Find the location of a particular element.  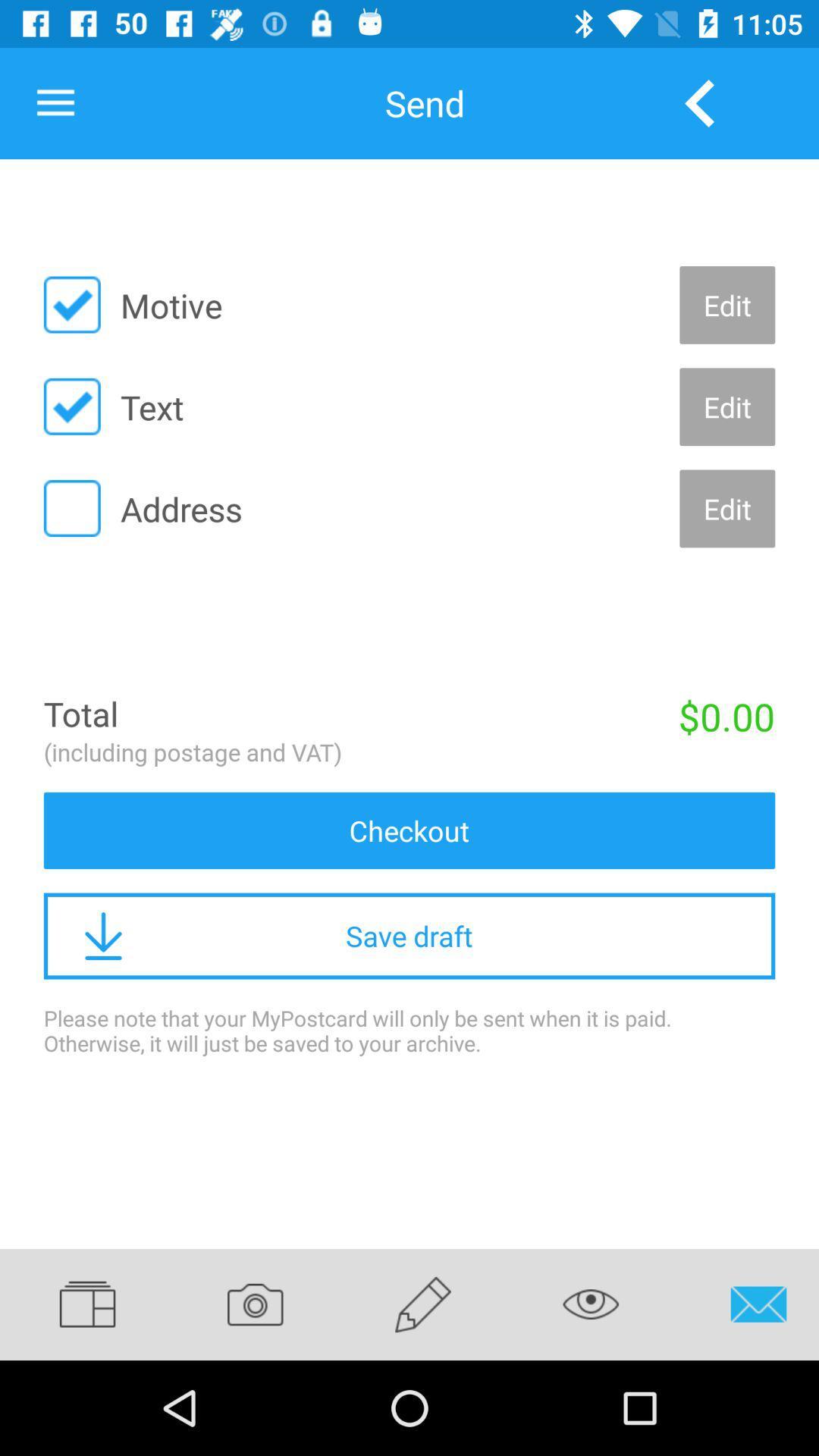

the item to the right of send icon is located at coordinates (699, 102).